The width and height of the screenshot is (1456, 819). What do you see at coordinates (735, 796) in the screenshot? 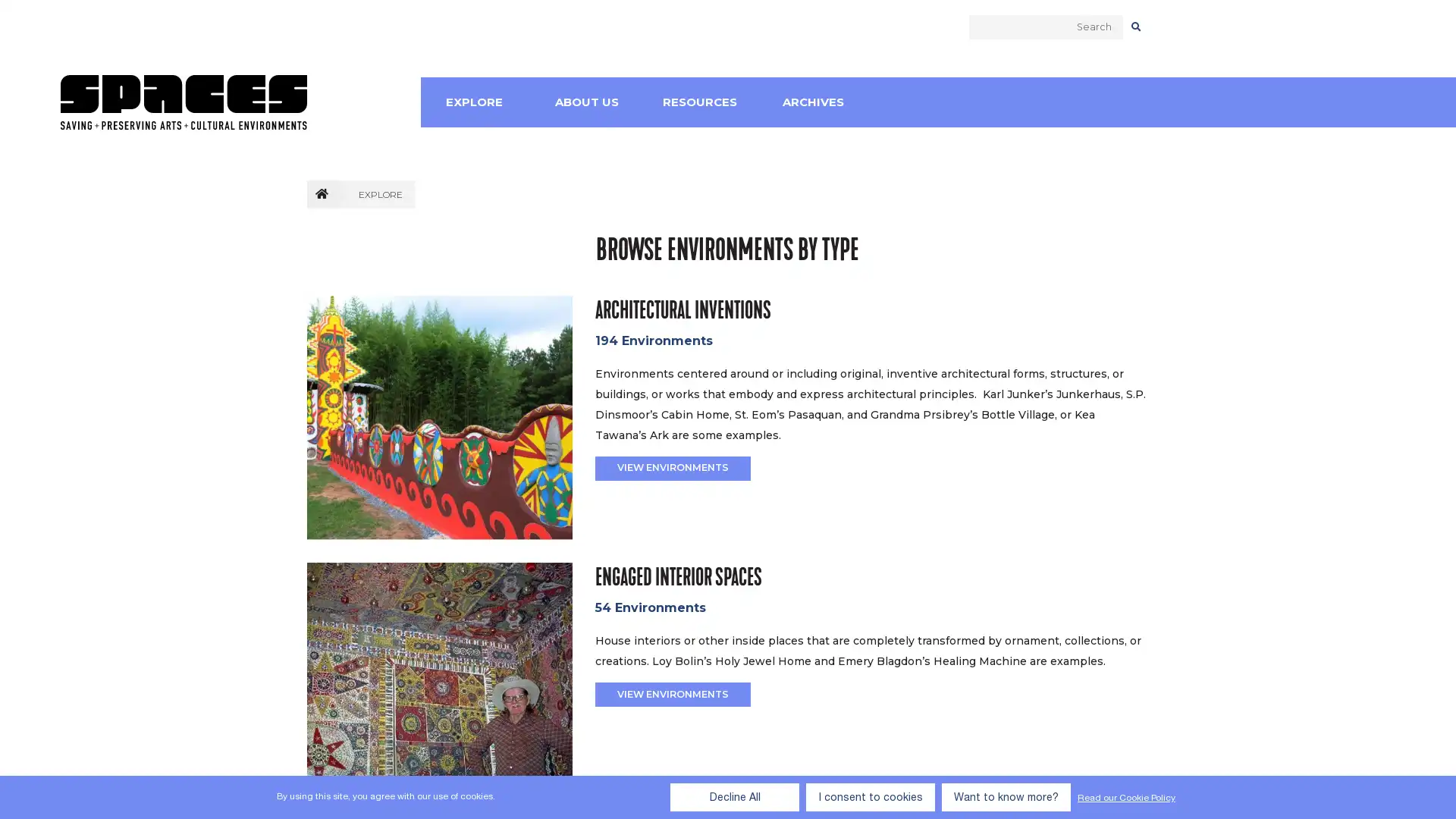
I see `Decline All` at bounding box center [735, 796].